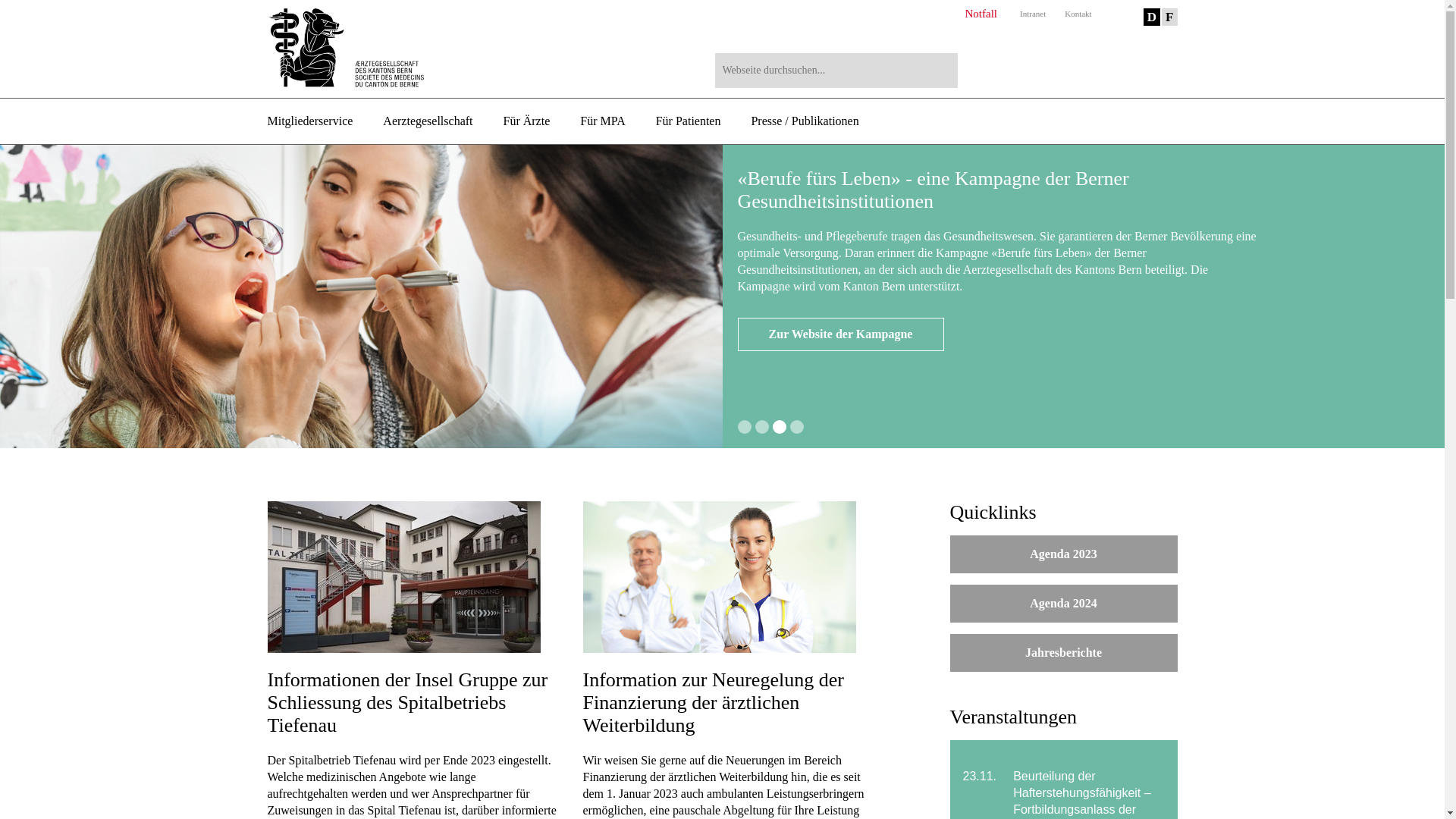 The image size is (1456, 819). Describe the element at coordinates (981, 14) in the screenshot. I see `'Notfall'` at that location.